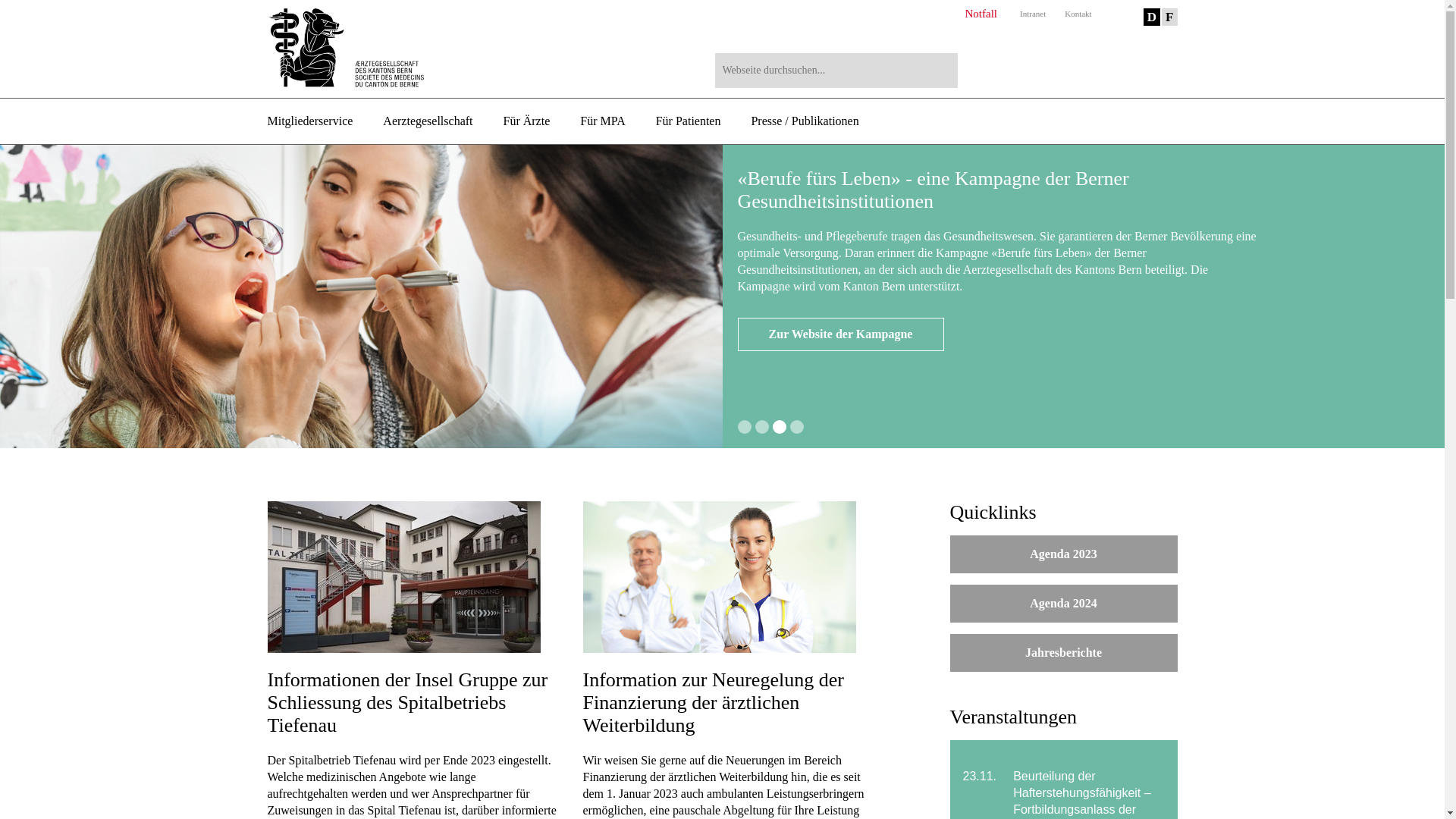 The image size is (1456, 819). Describe the element at coordinates (981, 14) in the screenshot. I see `'Notfall'` at that location.